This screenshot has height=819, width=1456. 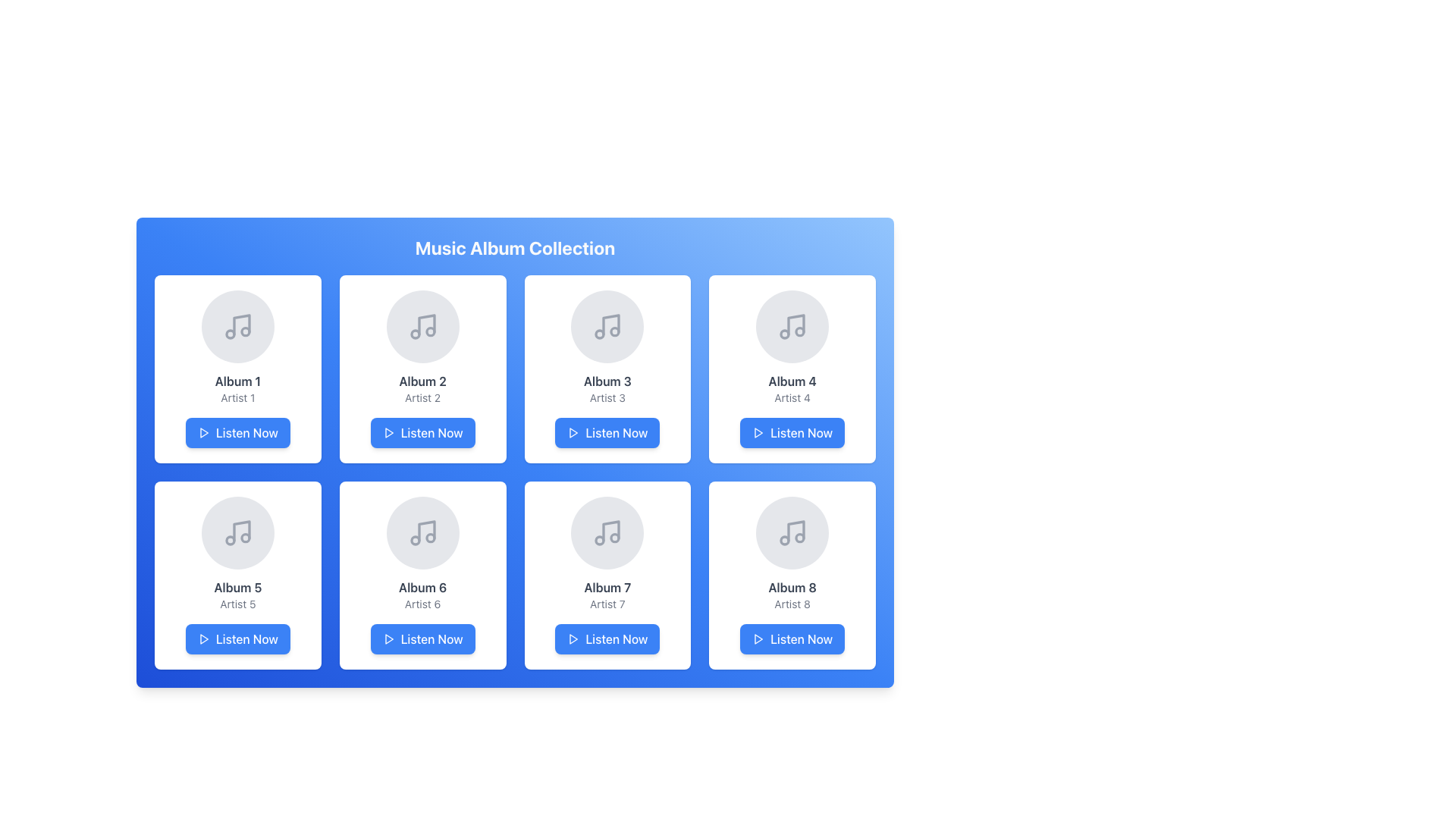 What do you see at coordinates (792, 397) in the screenshot?
I see `the text label displaying 'Artist 4', which is located below 'Album 4' in the fourth card of the music album grid` at bounding box center [792, 397].